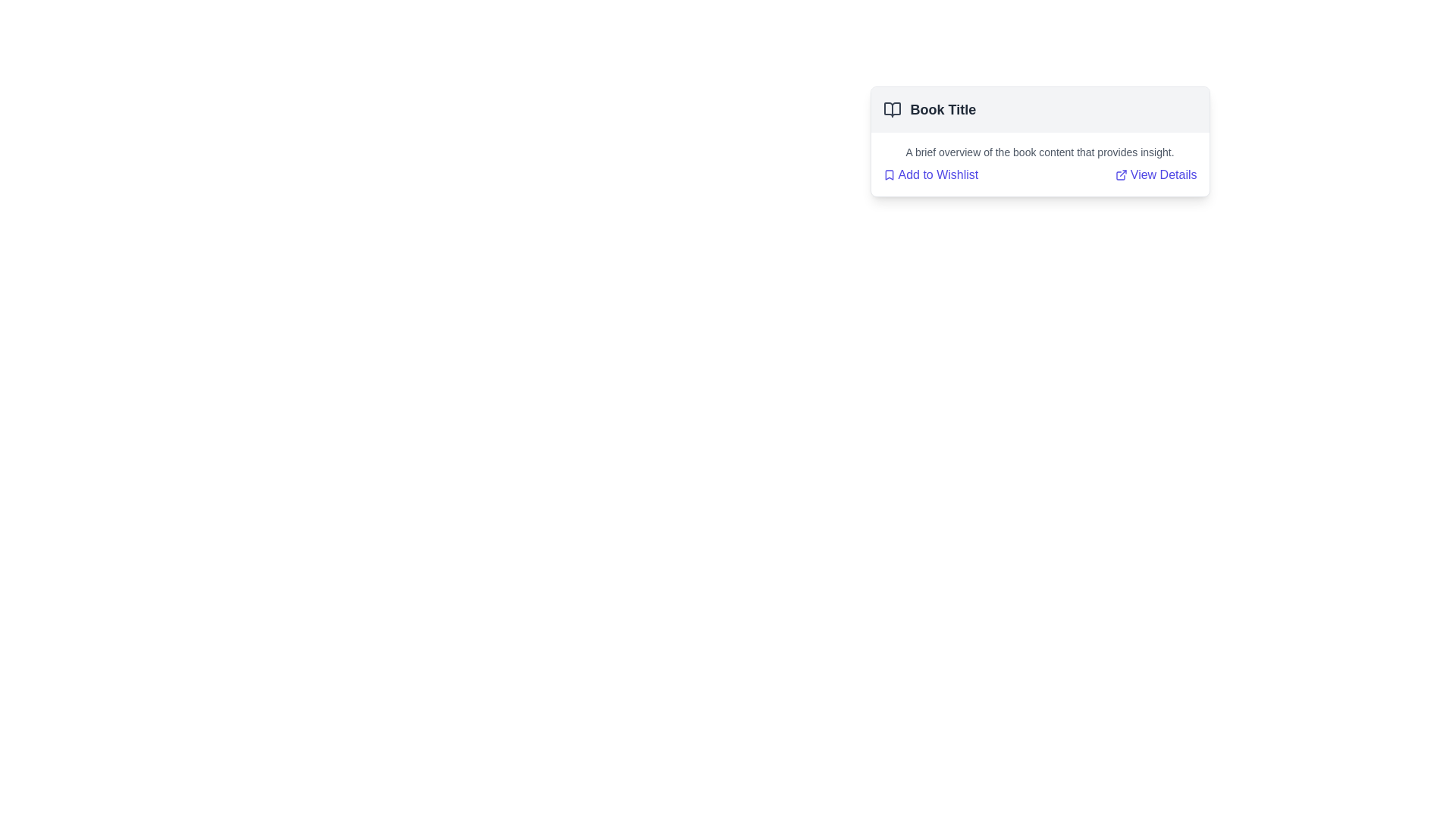 This screenshot has height=819, width=1456. I want to click on the text paragraph styled in a small gray font, located directly below the title section and above the 'Add to Wishlist' and 'View Details' options, so click(1039, 152).